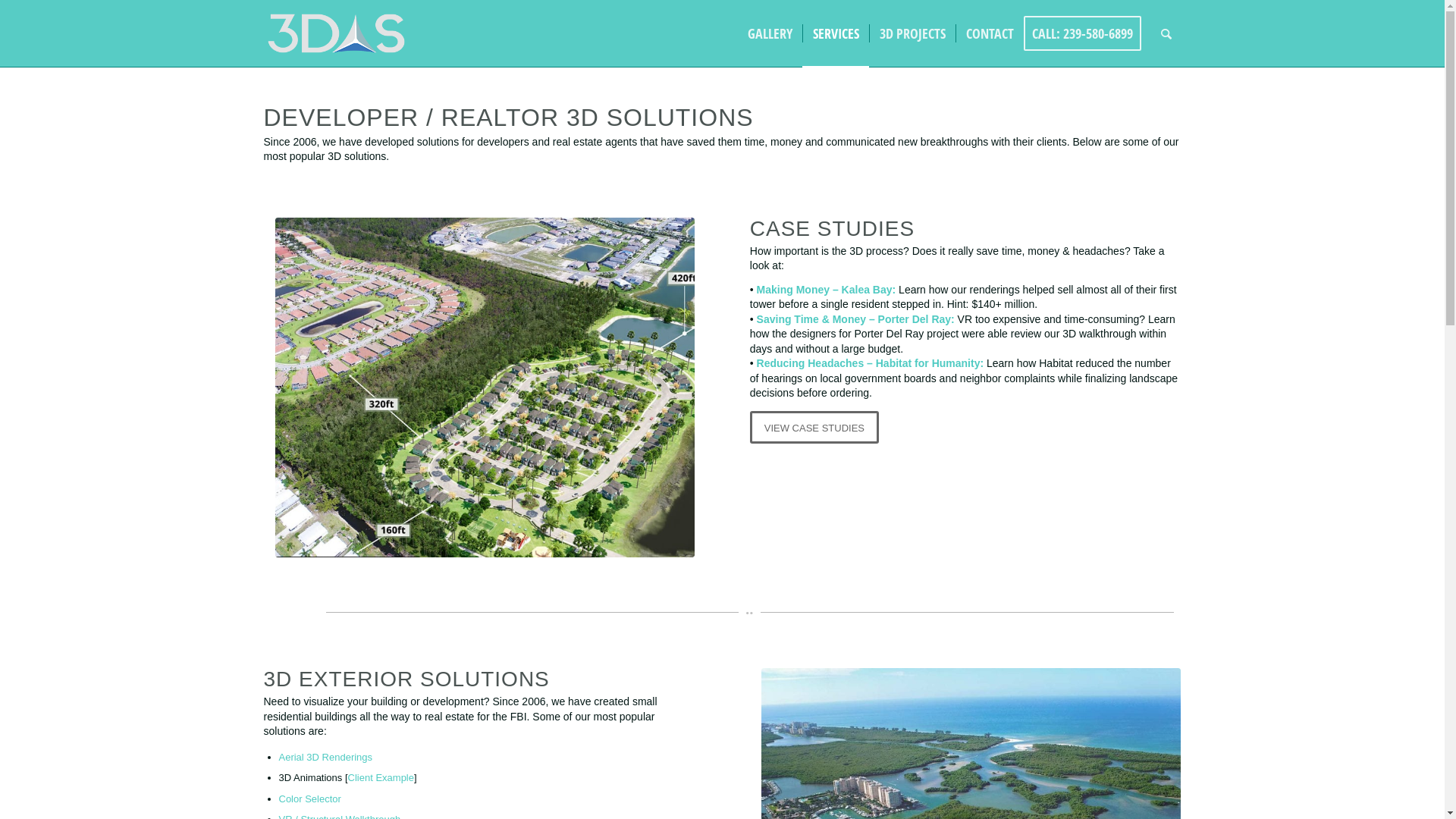  What do you see at coordinates (336, 33) in the screenshot?
I see `'3DAS Logo (2nd Version)'` at bounding box center [336, 33].